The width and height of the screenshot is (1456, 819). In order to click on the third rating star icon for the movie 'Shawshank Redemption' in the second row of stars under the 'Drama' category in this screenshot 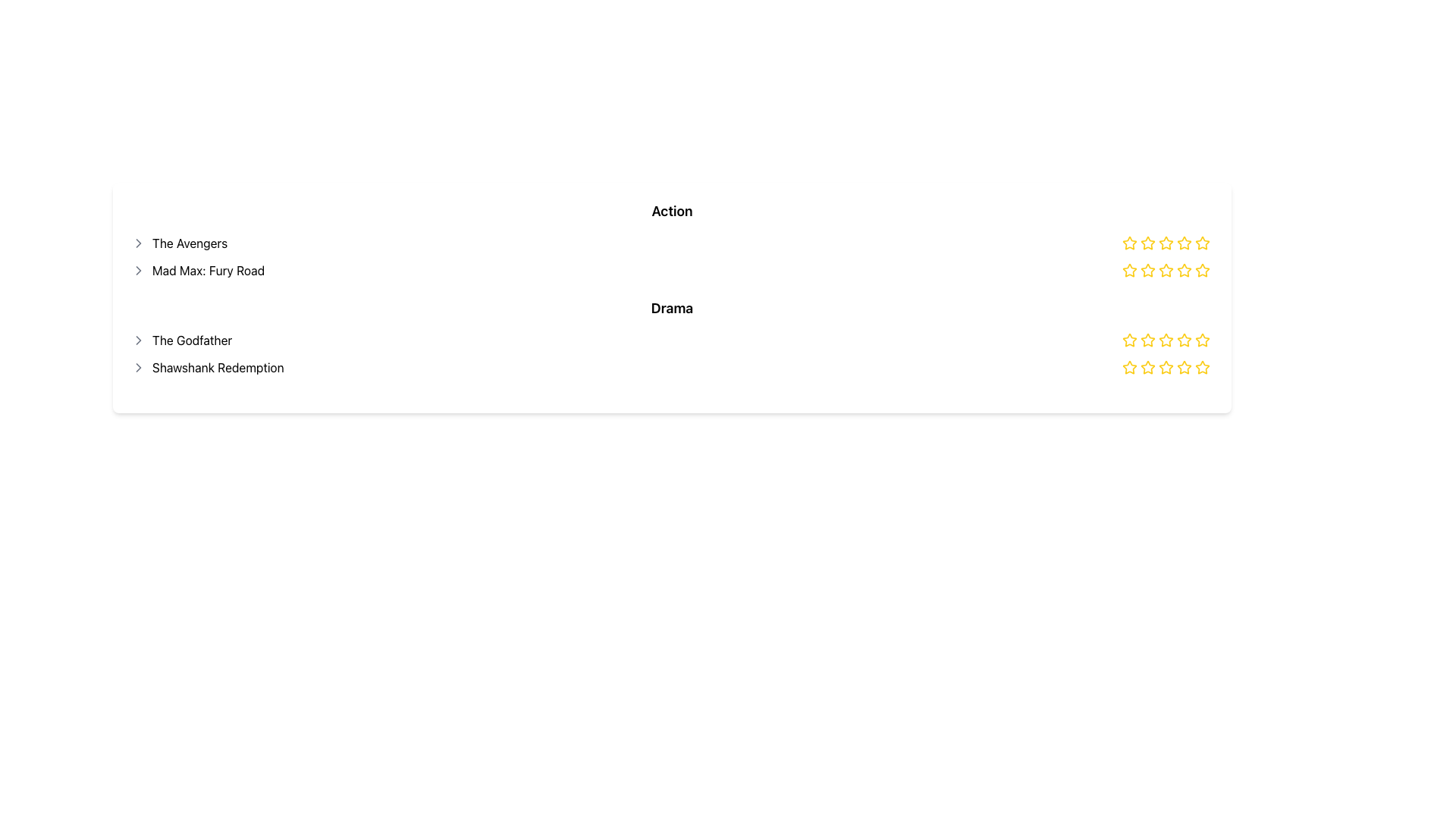, I will do `click(1147, 368)`.